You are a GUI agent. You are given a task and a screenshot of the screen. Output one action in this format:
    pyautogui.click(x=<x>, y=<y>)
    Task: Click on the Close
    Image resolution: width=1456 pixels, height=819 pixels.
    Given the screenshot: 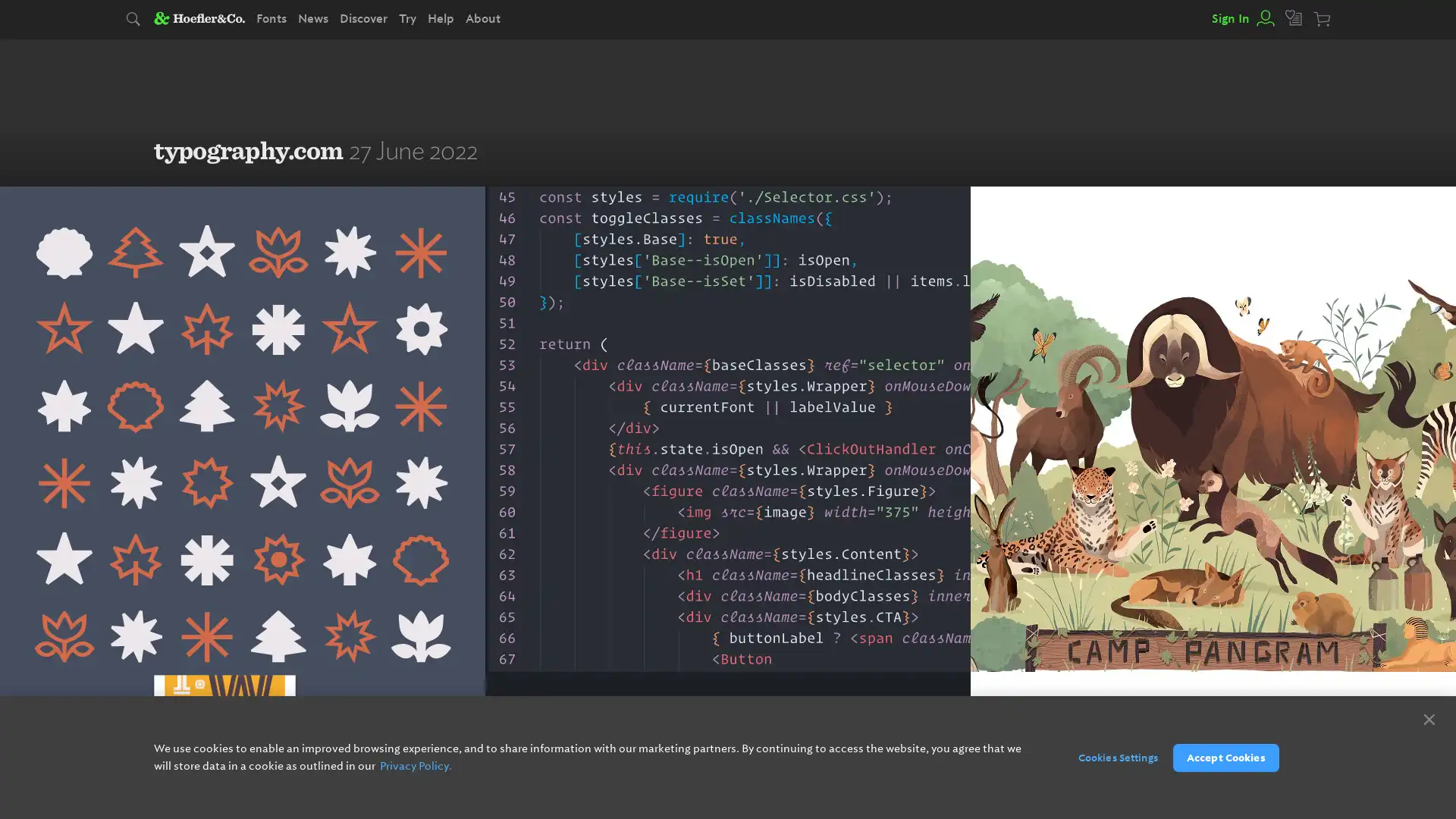 What is the action you would take?
    pyautogui.click(x=1428, y=718)
    